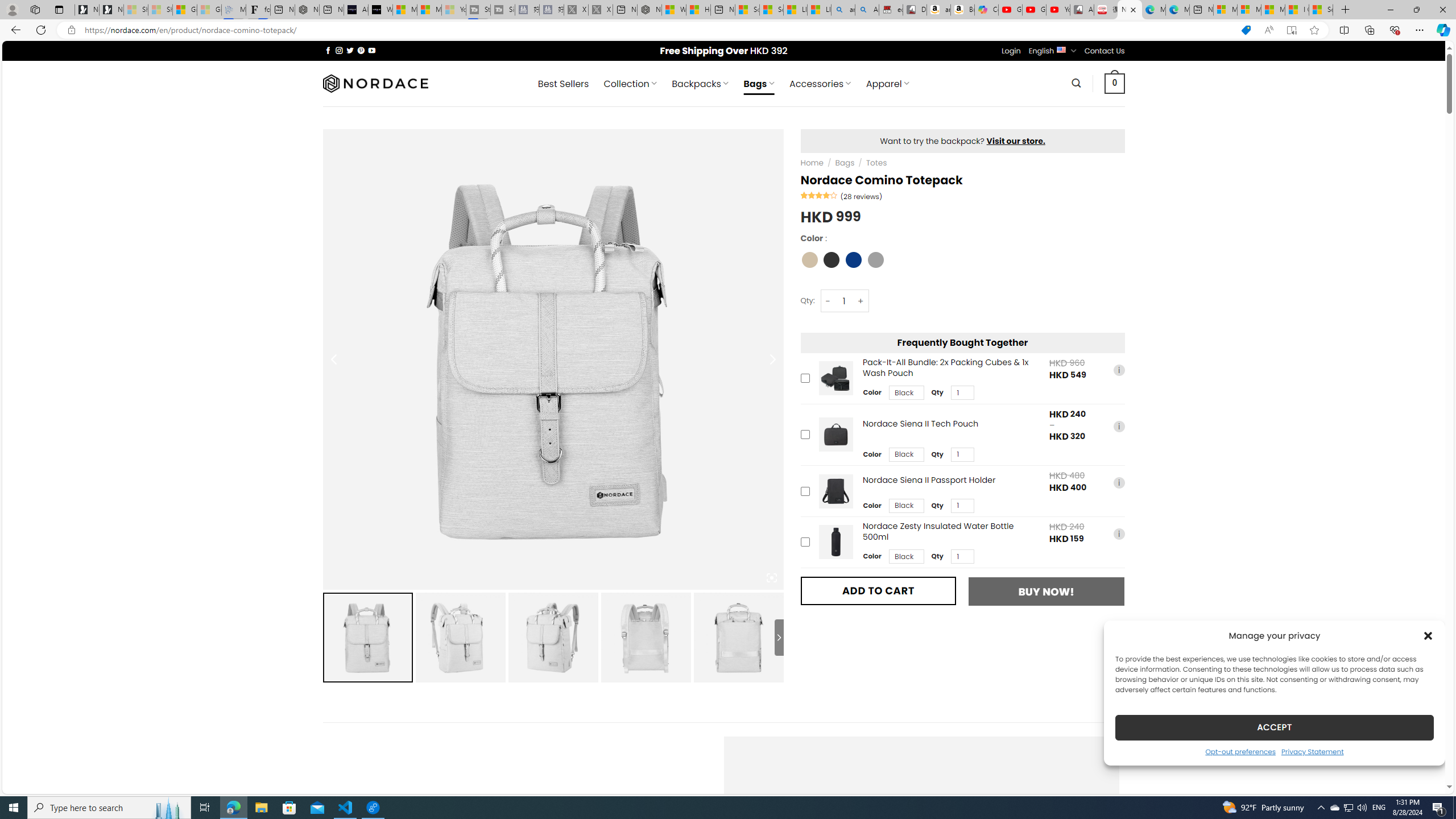 This screenshot has height=819, width=1456. I want to click on '(28 reviews)', so click(861, 196).